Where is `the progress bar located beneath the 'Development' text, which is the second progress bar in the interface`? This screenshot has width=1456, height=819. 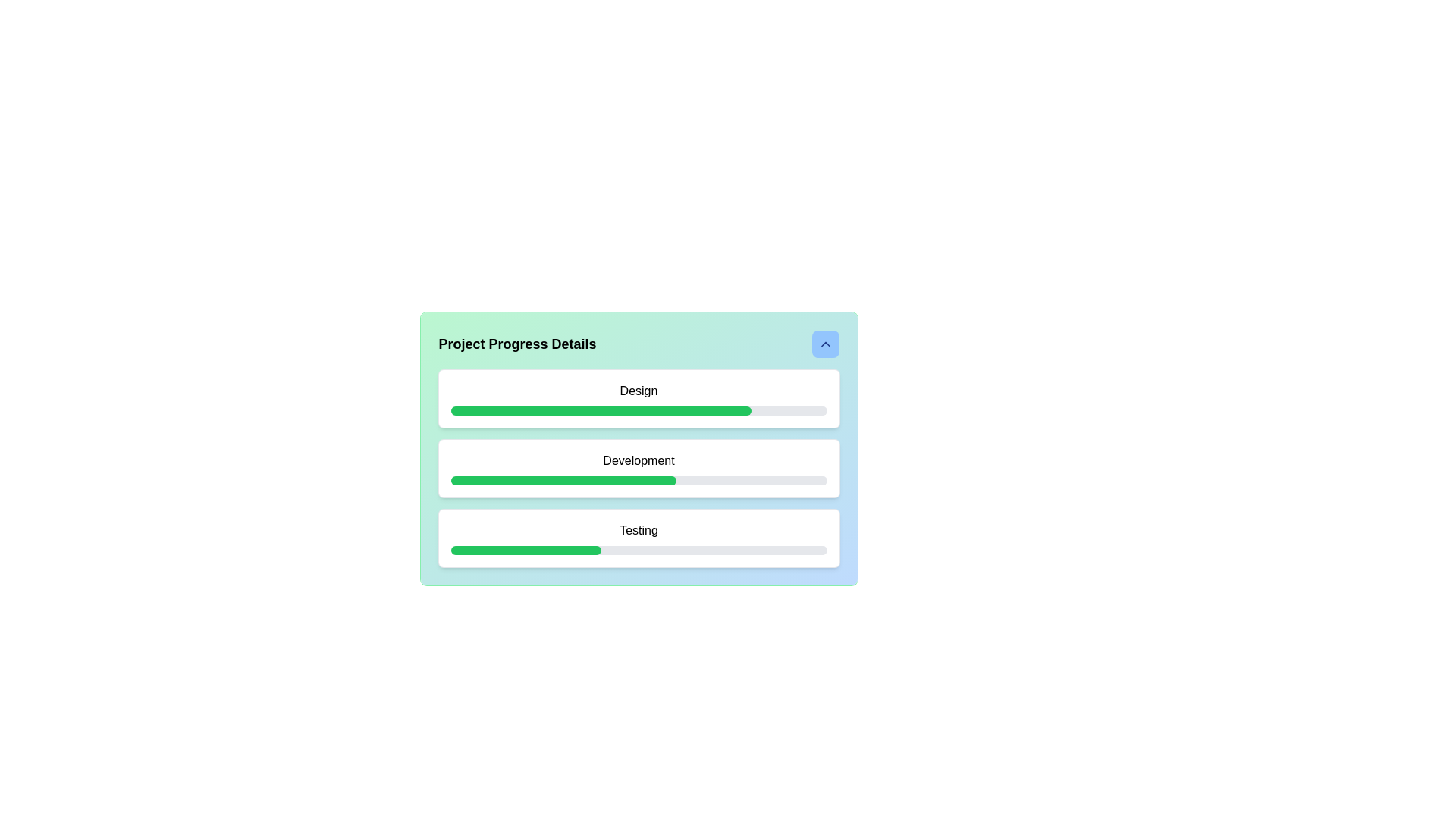
the progress bar located beneath the 'Development' text, which is the second progress bar in the interface is located at coordinates (639, 480).